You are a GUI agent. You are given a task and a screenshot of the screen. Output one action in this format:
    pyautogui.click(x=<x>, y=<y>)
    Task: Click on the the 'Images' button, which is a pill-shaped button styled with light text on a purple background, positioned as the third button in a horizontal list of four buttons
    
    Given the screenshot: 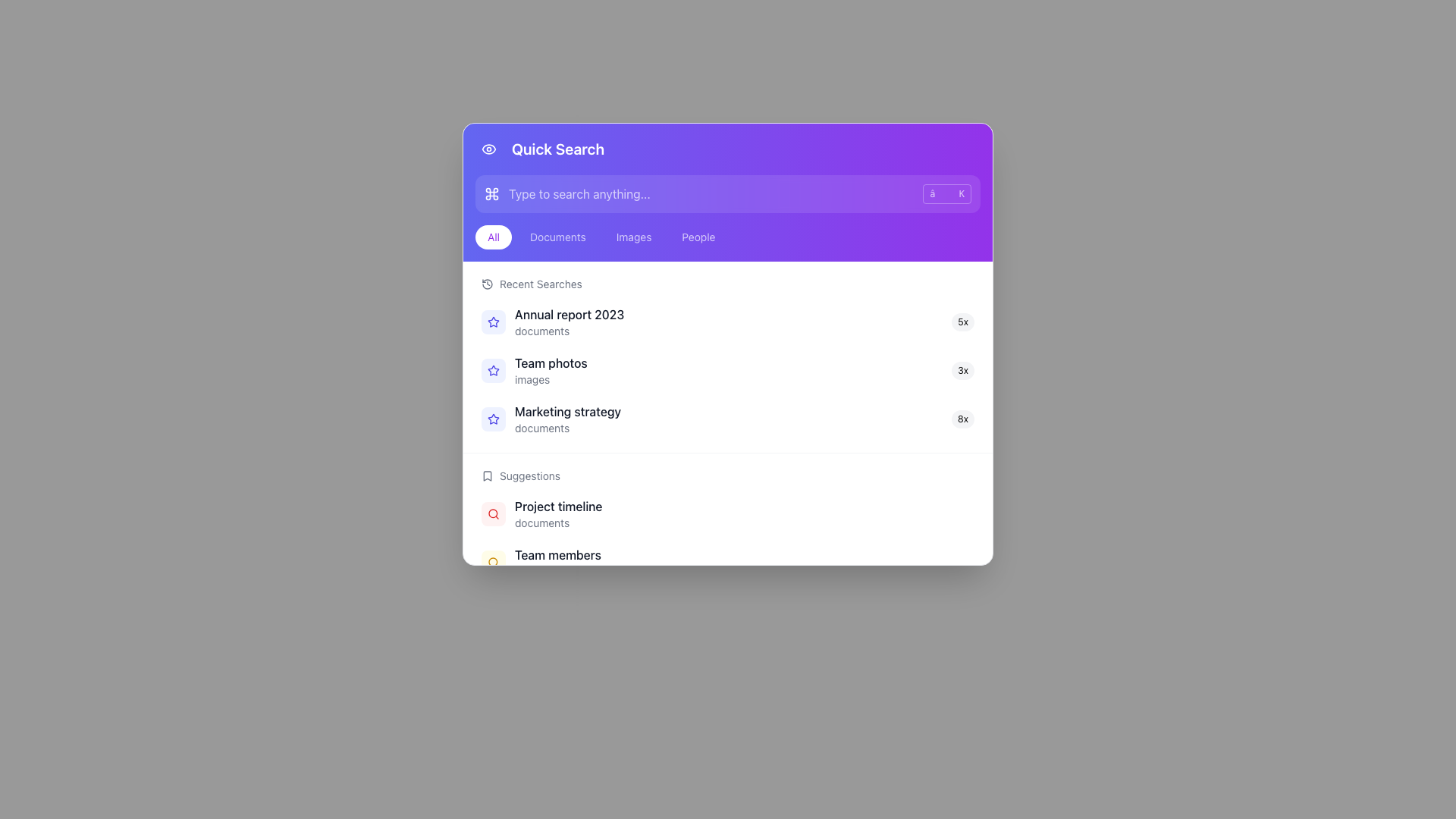 What is the action you would take?
    pyautogui.click(x=634, y=237)
    